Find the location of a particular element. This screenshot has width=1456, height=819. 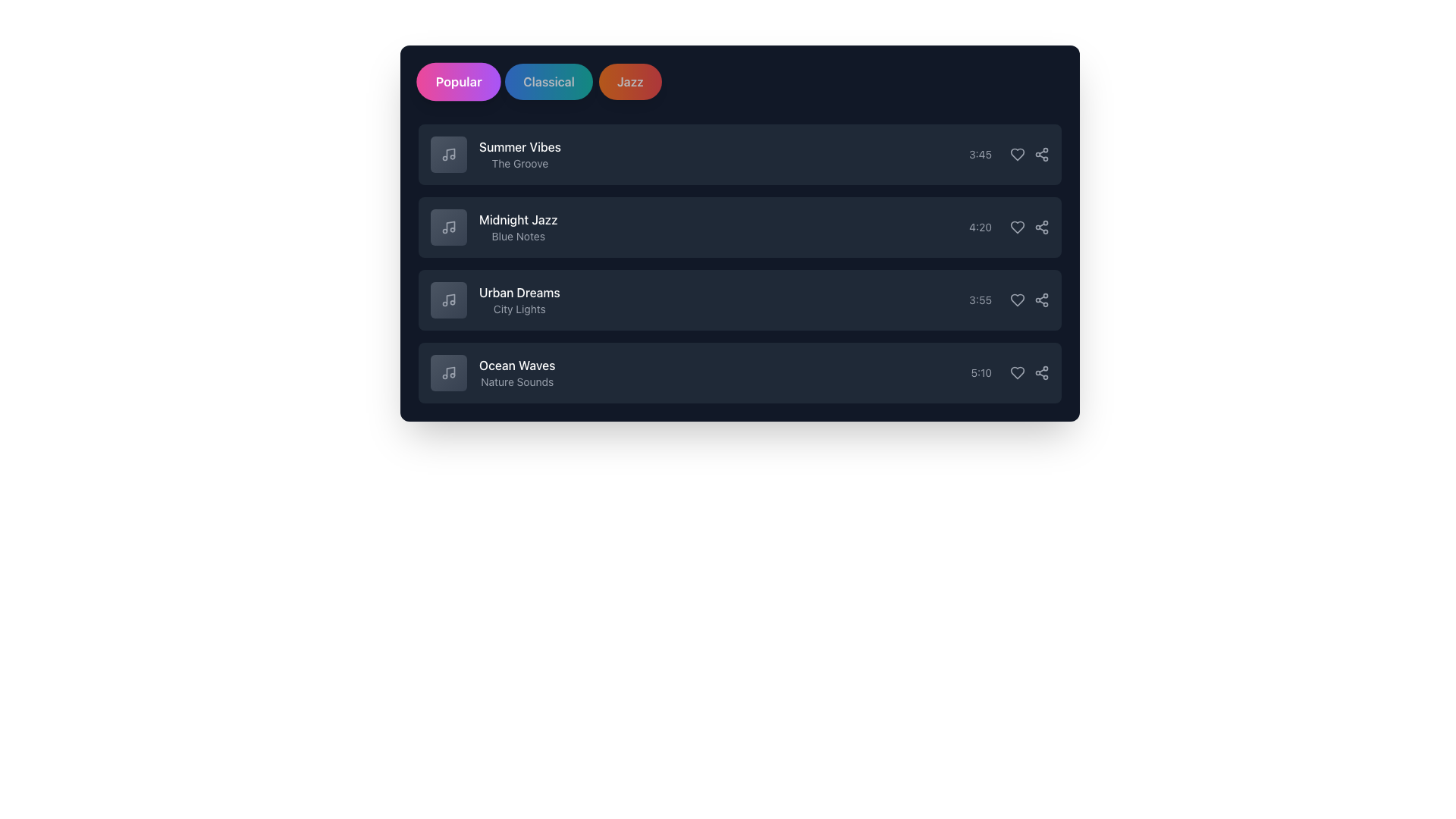

the text label providing contextual information for 'Summer Vibes', located directly below the main title in the music playlist interface is located at coordinates (520, 164).